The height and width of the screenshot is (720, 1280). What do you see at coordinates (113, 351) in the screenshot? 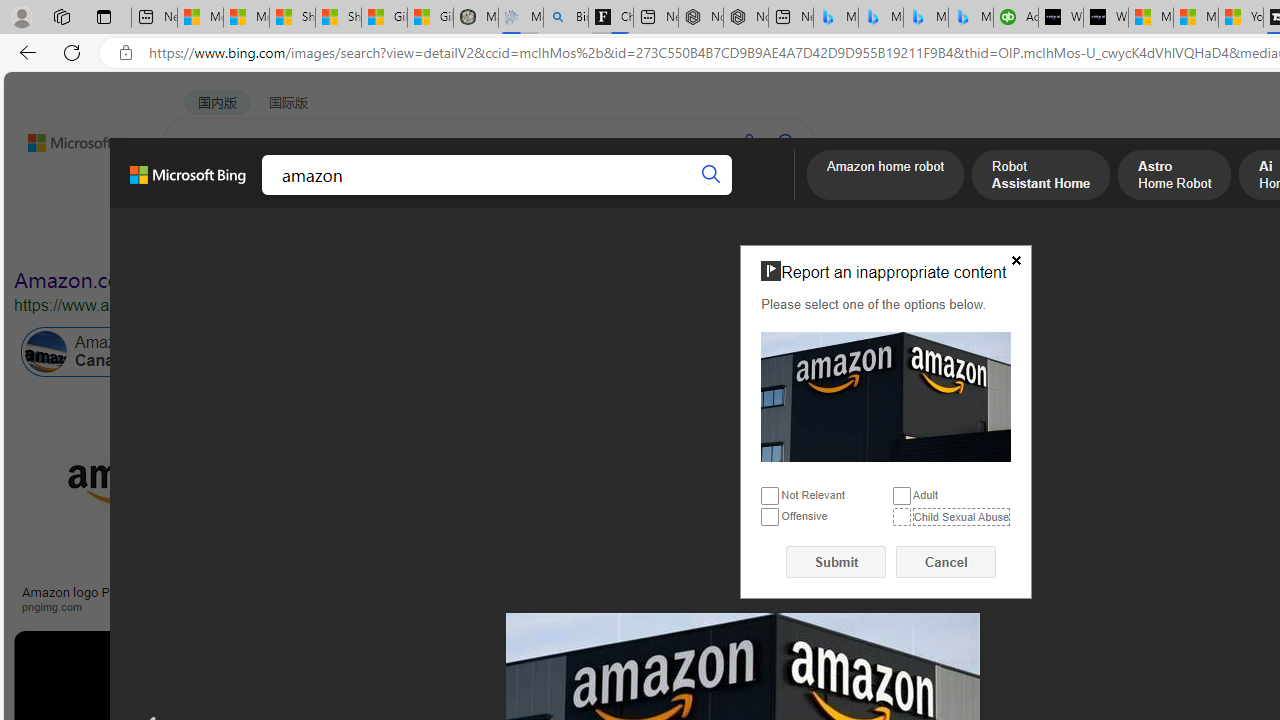
I see `'Amazon Canada Online'` at bounding box center [113, 351].